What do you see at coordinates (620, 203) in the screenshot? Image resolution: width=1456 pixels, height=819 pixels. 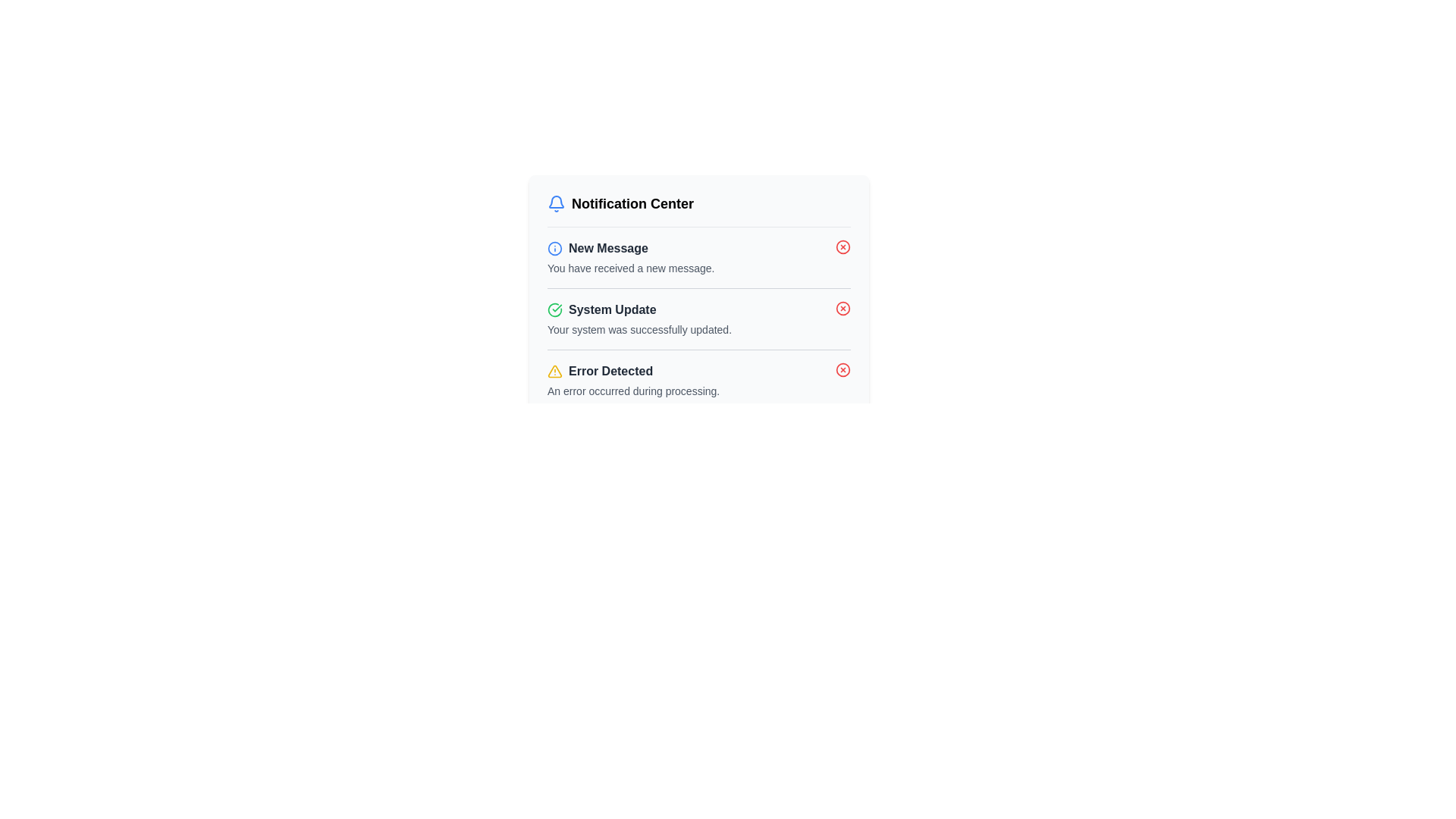 I see `the Text label that serves as the title of the notification panel for accessibility purposes` at bounding box center [620, 203].